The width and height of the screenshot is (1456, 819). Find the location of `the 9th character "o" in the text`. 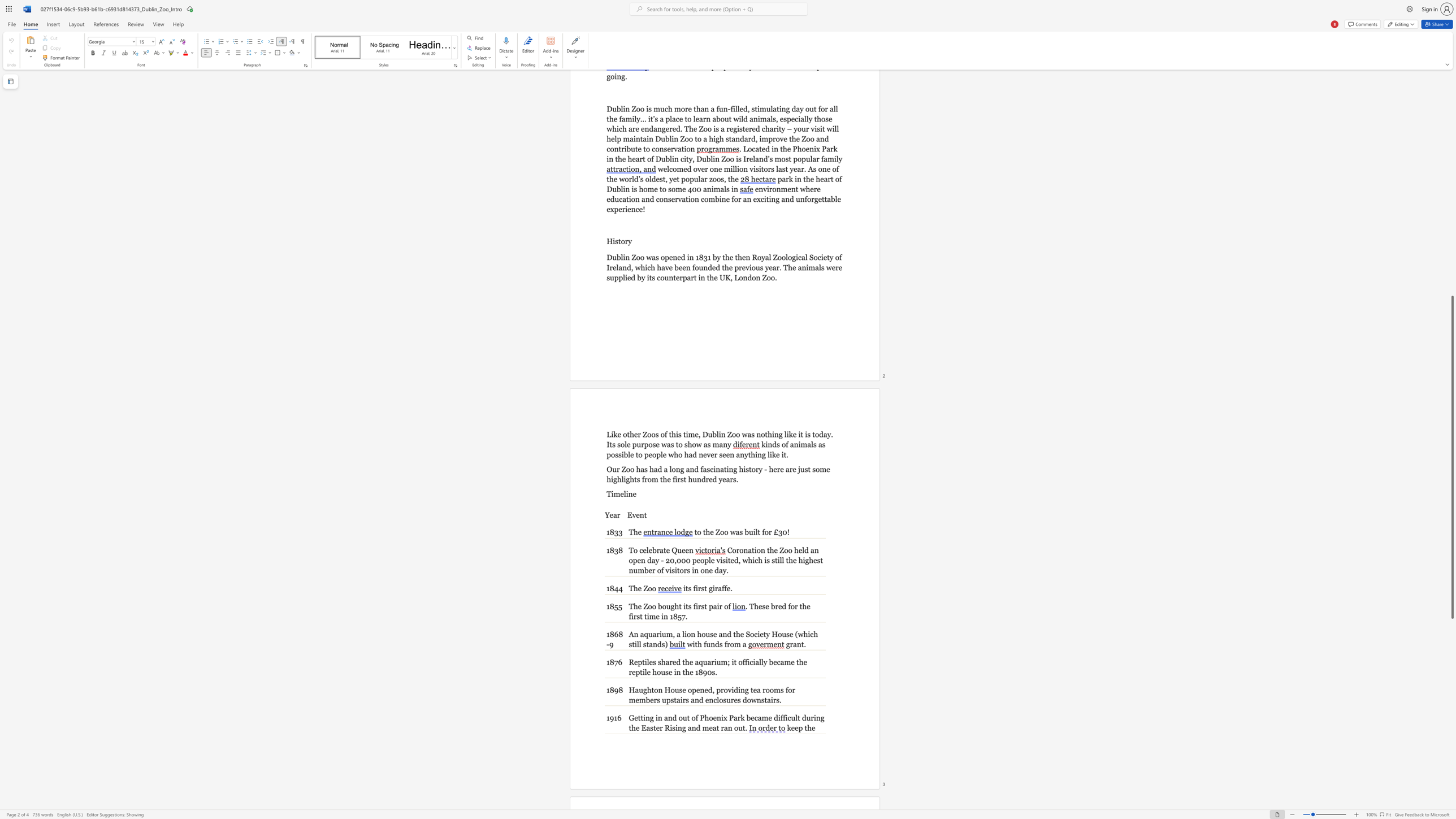

the 9th character "o" in the text is located at coordinates (748, 700).